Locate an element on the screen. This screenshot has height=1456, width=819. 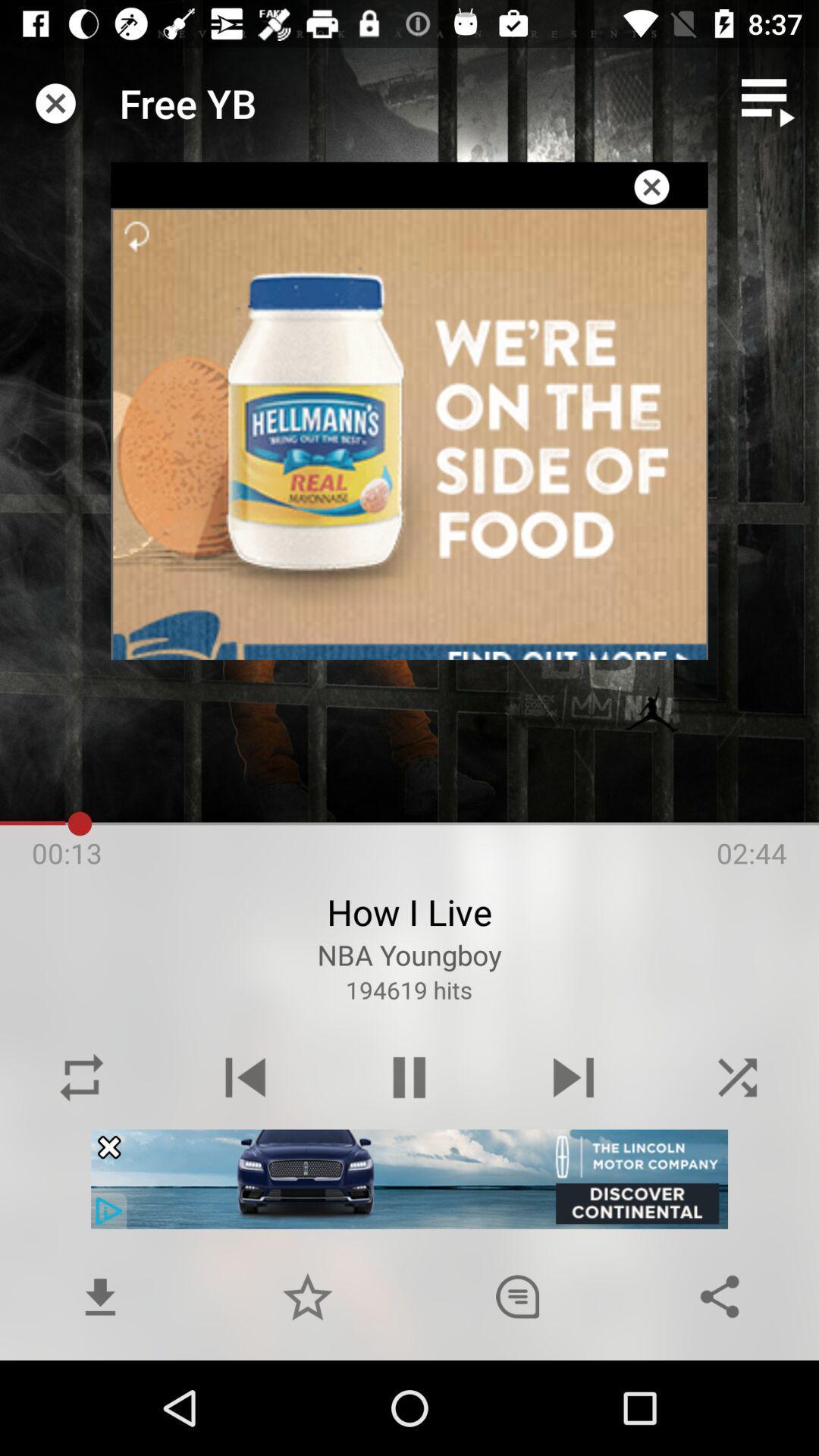
the share icon is located at coordinates (719, 1295).